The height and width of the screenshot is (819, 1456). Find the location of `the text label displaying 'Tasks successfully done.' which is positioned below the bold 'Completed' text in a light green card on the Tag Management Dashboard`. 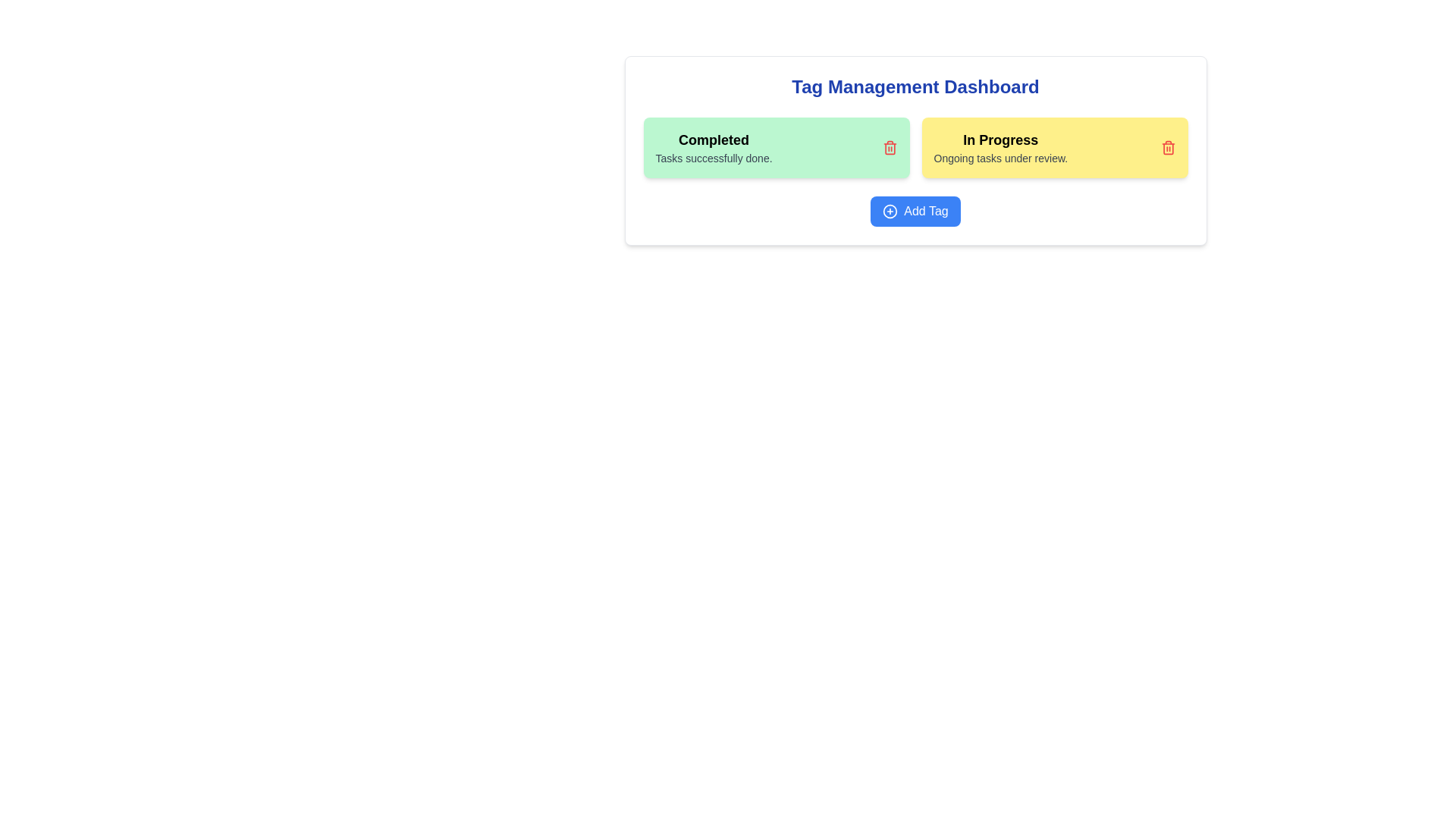

the text label displaying 'Tasks successfully done.' which is positioned below the bold 'Completed' text in a light green card on the Tag Management Dashboard is located at coordinates (713, 158).